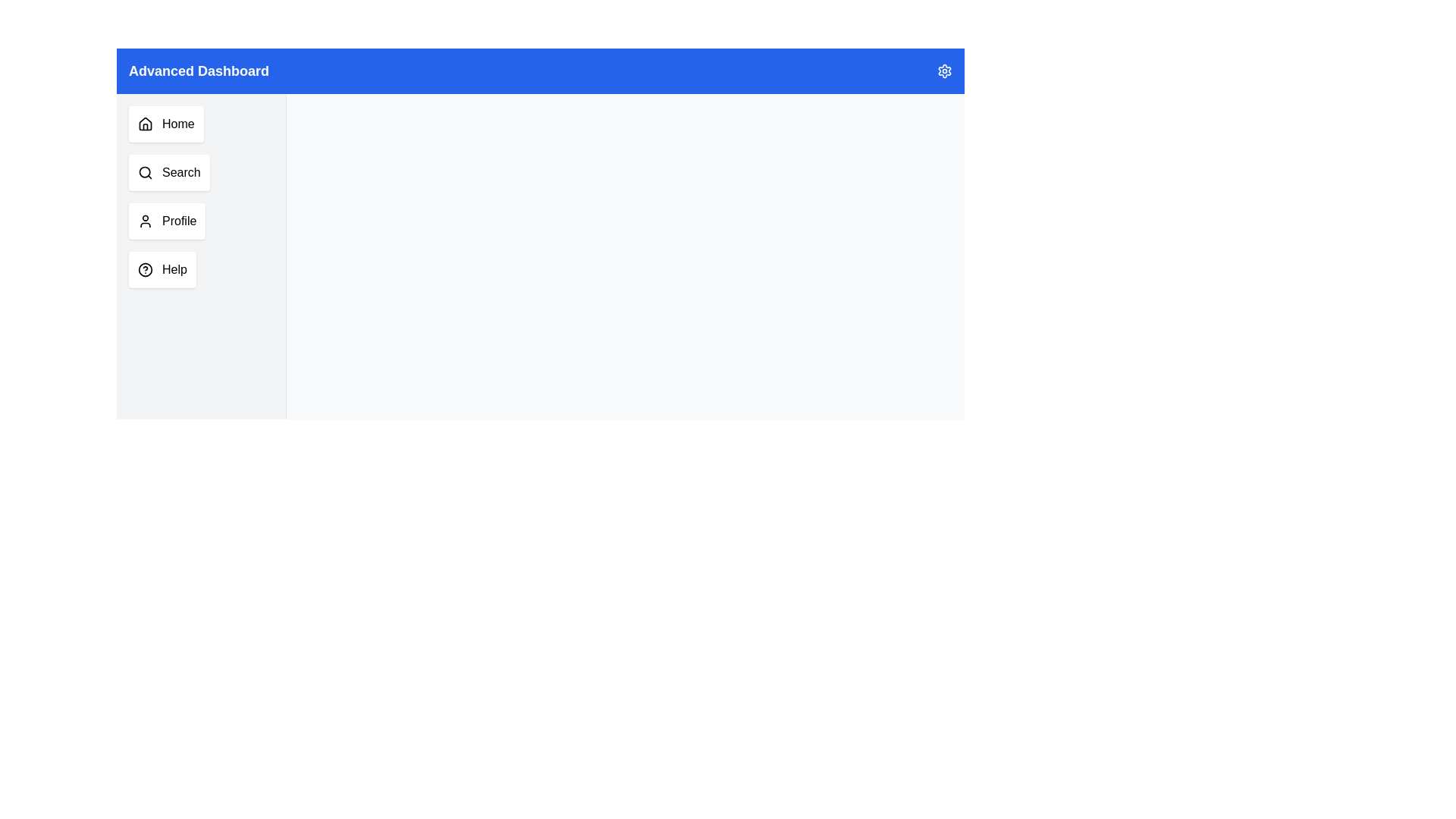 Image resolution: width=1456 pixels, height=819 pixels. Describe the element at coordinates (146, 268) in the screenshot. I see `the SVG circle that is part of the Help icon in the left navigation menu, specifically located as the fourth item below the Profile section` at that location.